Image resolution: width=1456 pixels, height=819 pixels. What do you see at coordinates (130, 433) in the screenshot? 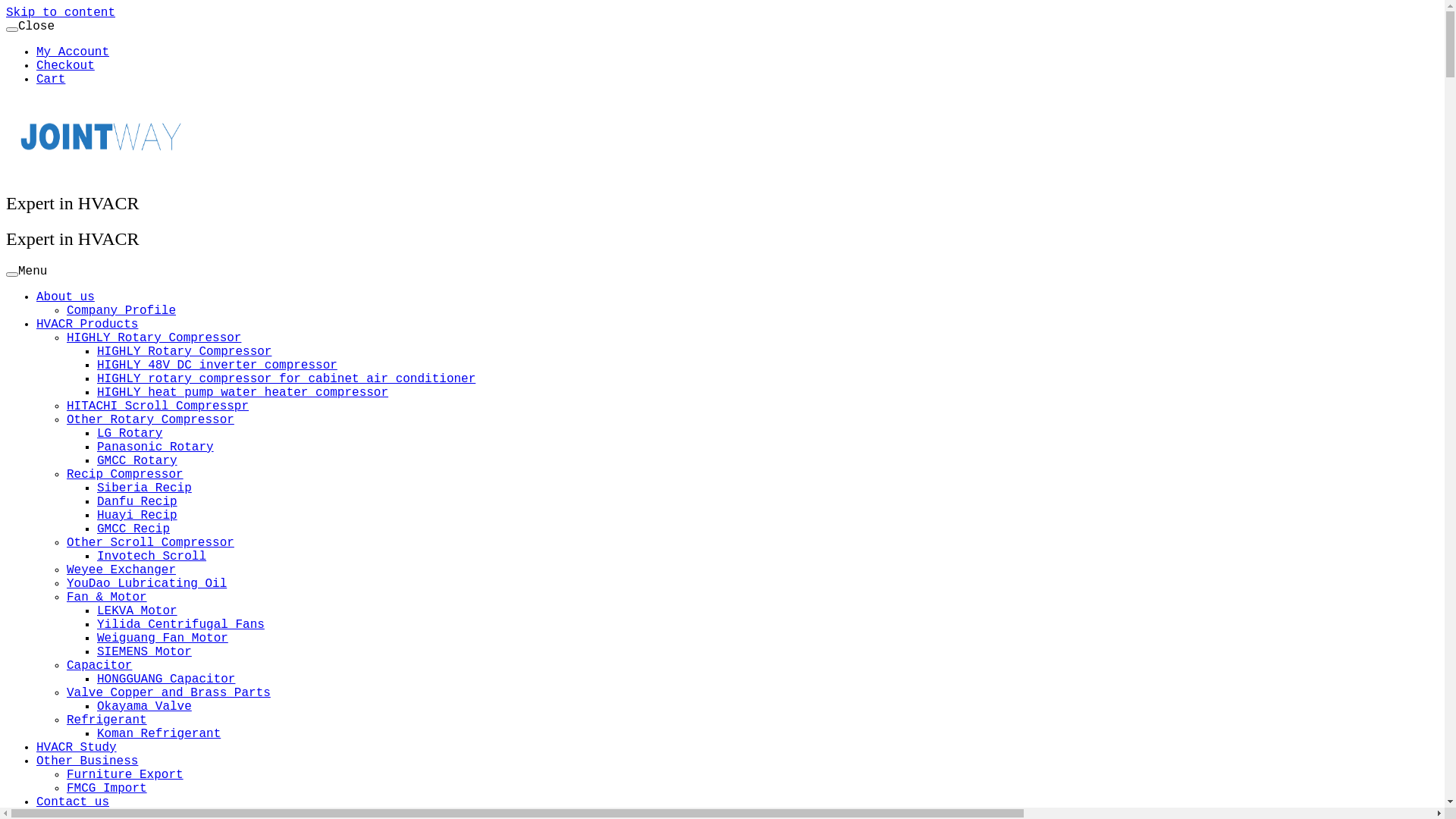
I see `'LG Rotary'` at bounding box center [130, 433].